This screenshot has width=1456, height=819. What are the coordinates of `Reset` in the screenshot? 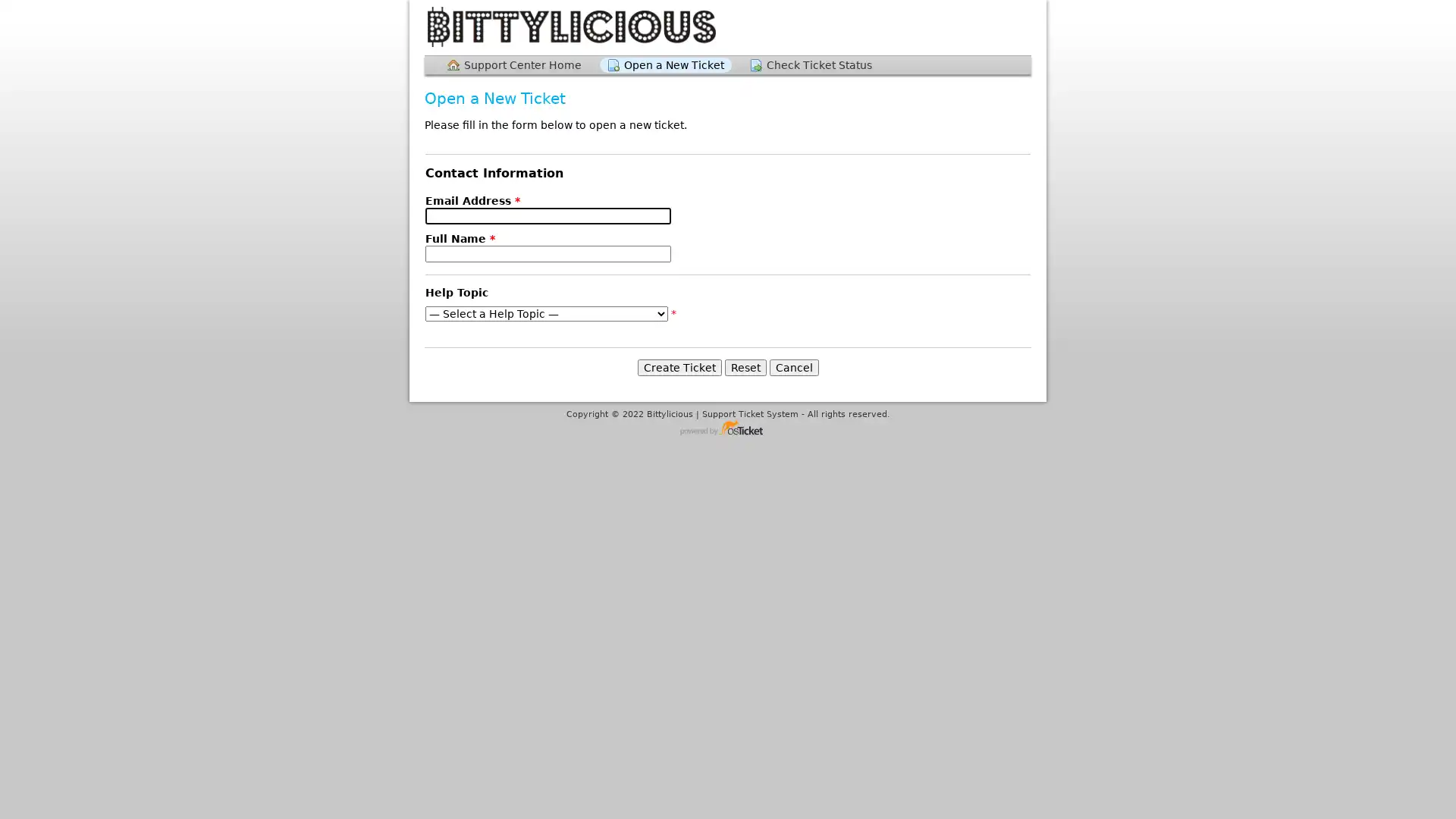 It's located at (745, 368).